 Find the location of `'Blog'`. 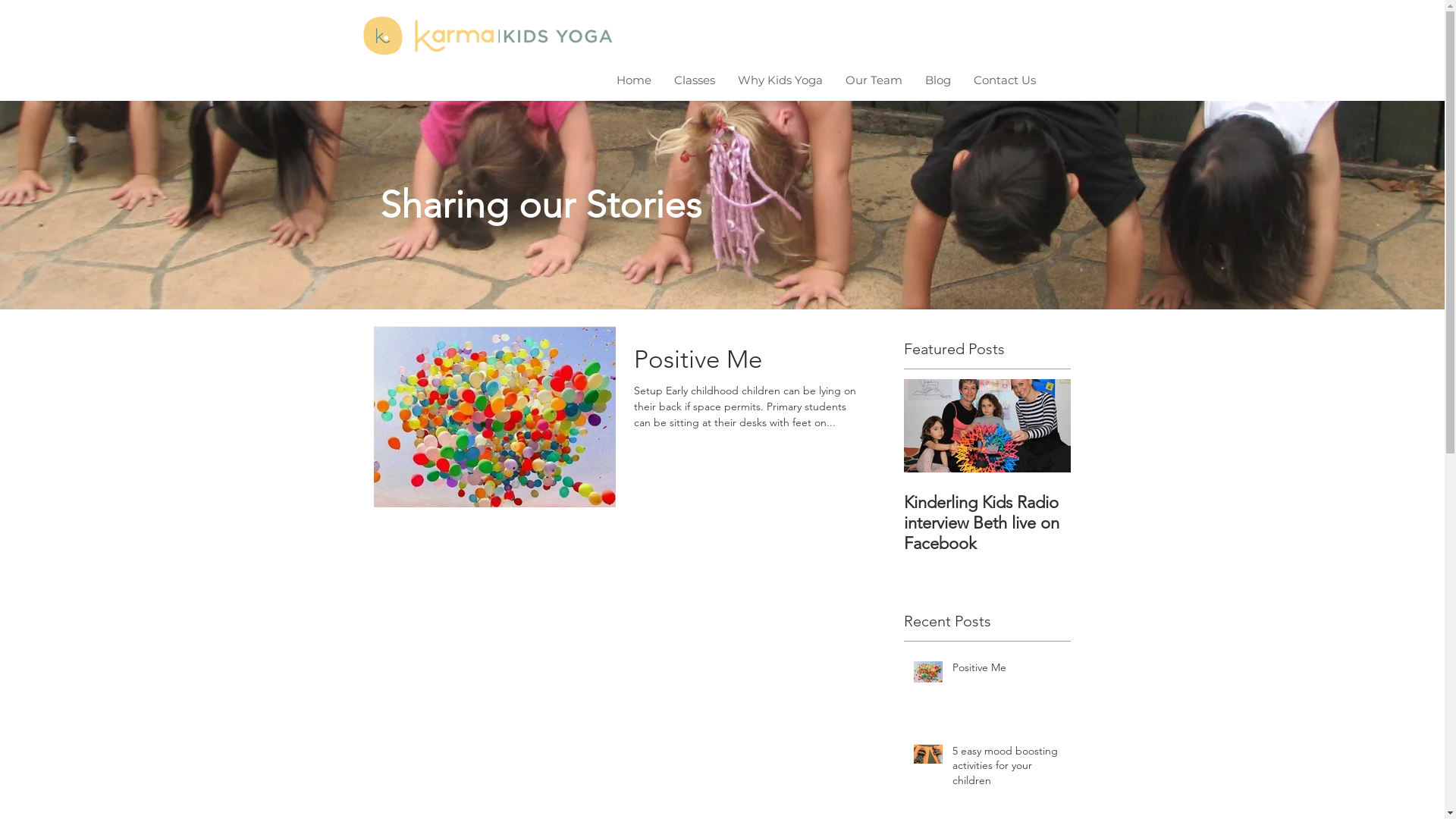

'Blog' is located at coordinates (912, 80).